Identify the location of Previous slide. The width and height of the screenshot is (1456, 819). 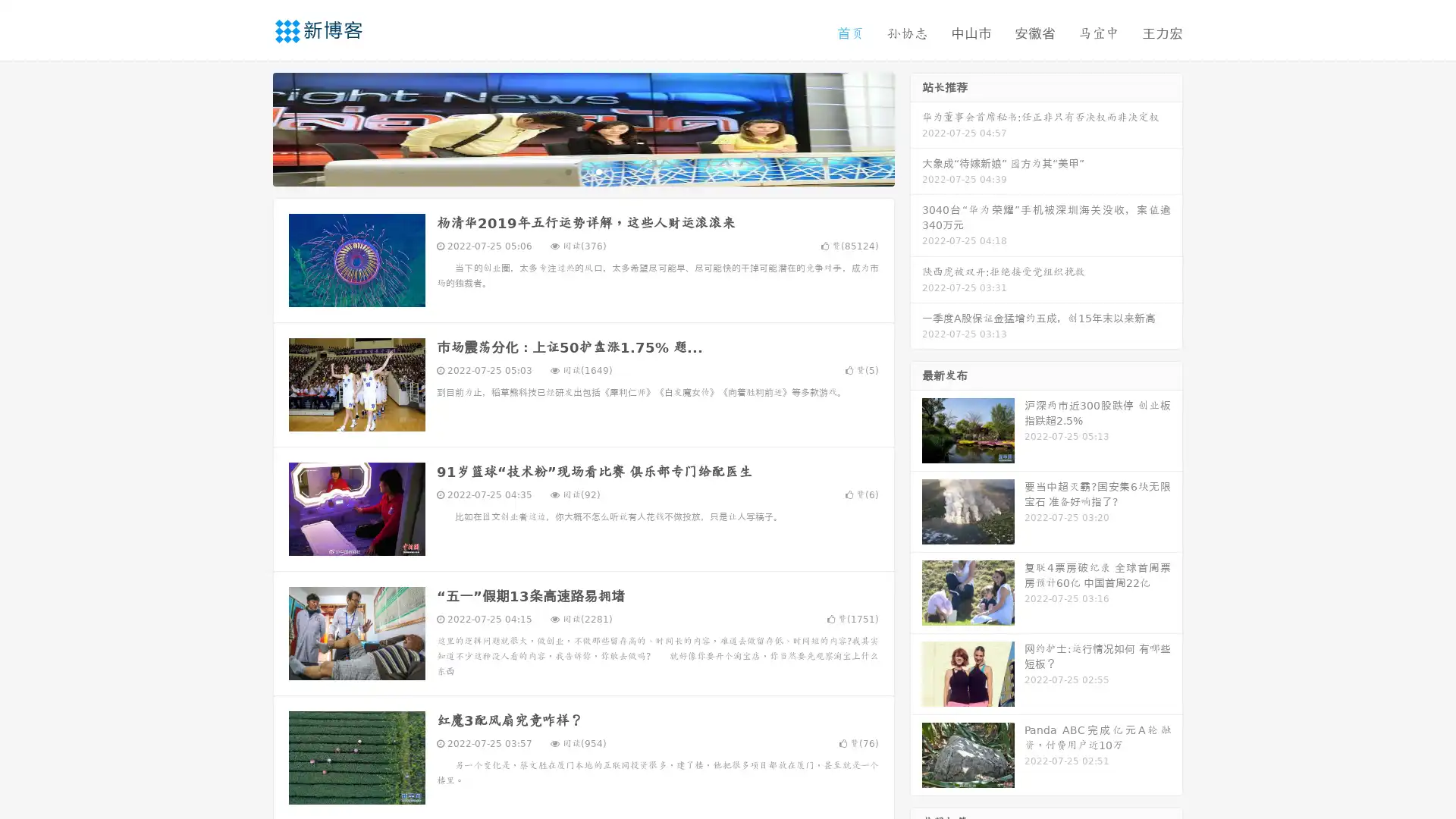
(250, 127).